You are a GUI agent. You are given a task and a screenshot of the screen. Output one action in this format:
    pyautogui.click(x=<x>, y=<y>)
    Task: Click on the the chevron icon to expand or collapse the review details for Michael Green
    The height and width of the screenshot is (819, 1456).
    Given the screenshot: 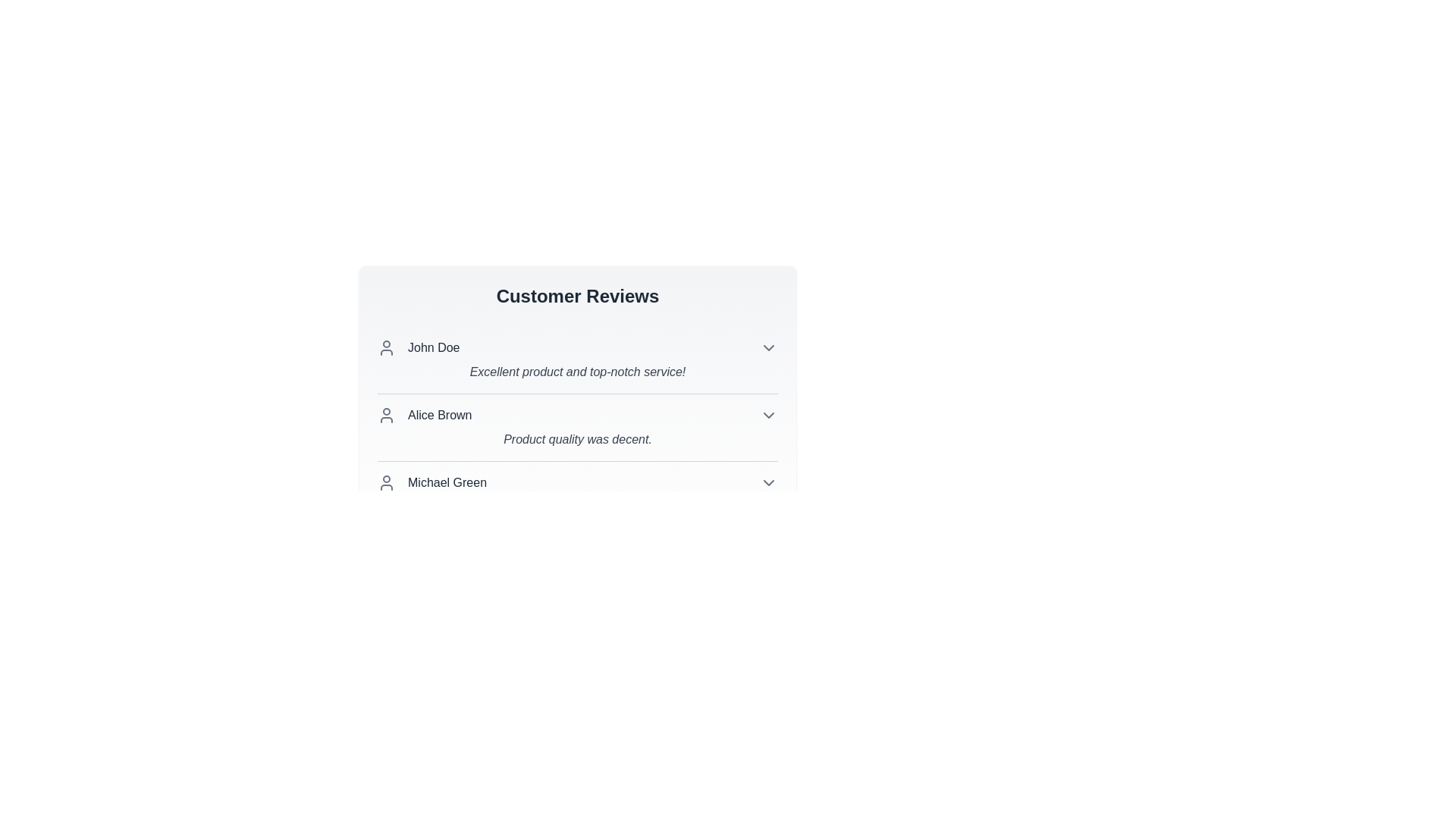 What is the action you would take?
    pyautogui.click(x=768, y=482)
    